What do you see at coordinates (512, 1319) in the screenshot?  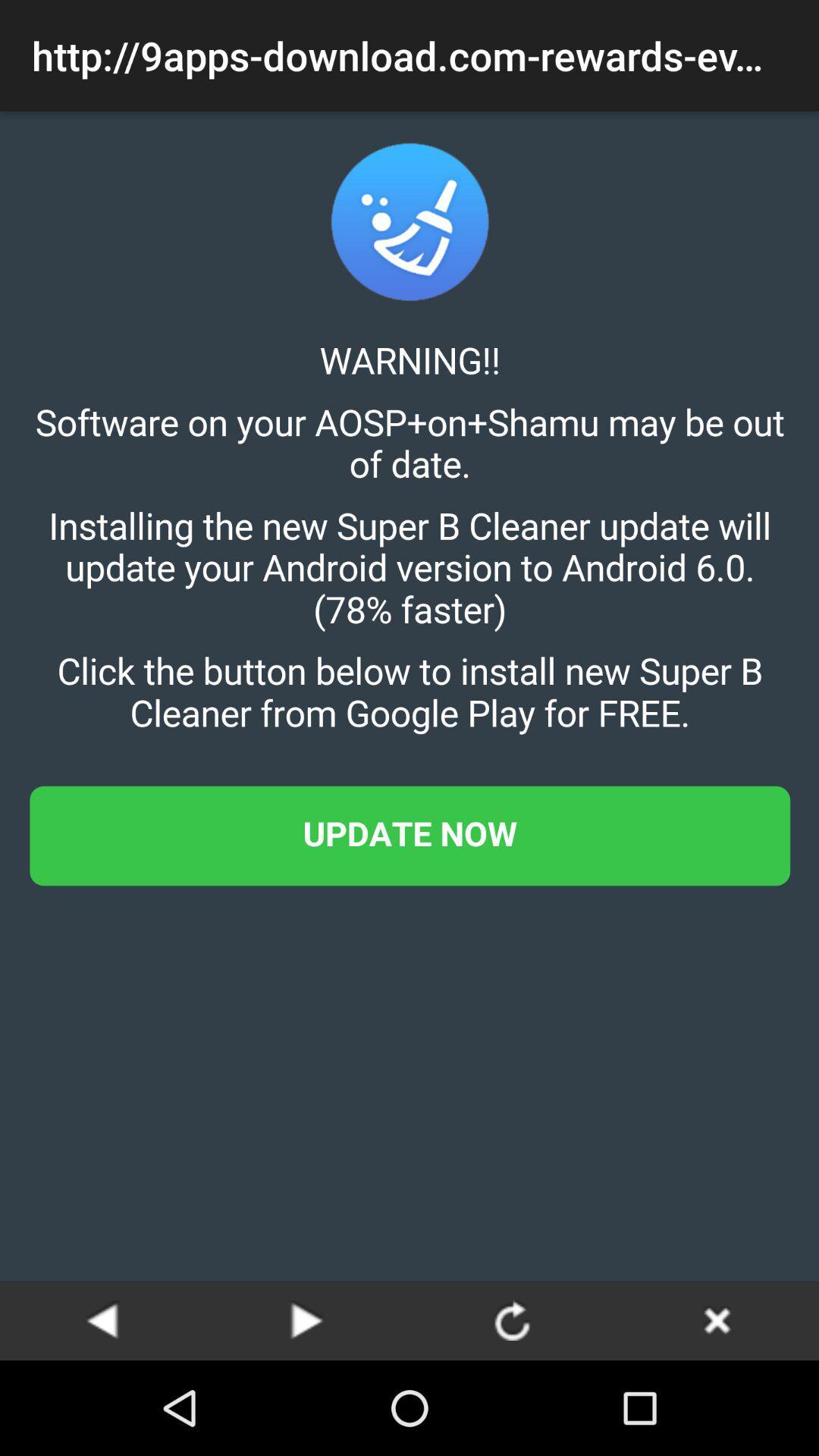 I see `refresh` at bounding box center [512, 1319].